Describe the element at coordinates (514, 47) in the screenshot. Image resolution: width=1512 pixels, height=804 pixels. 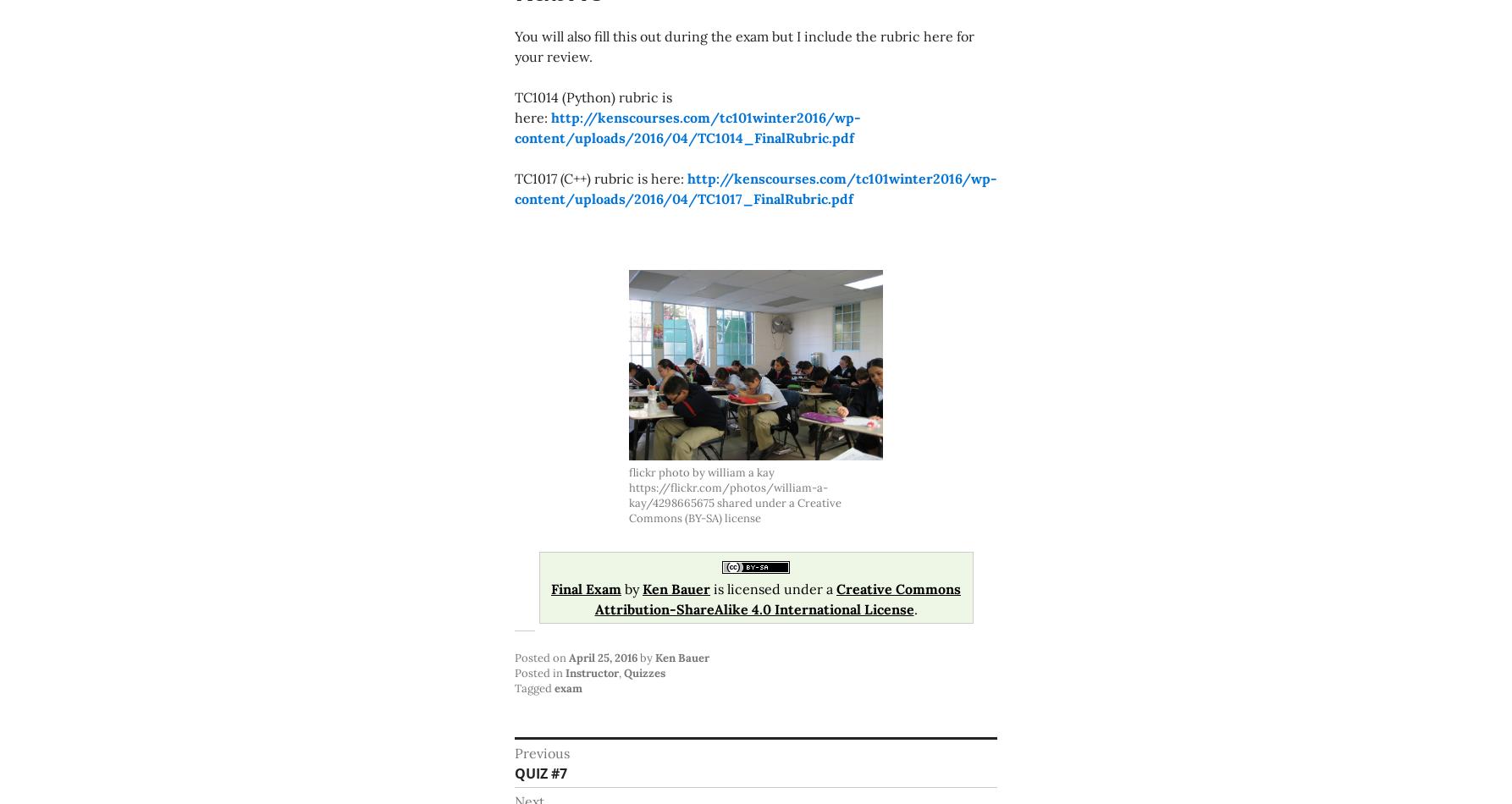
I see `'You will also fill this out during the exam but I include the rubric here for your review.'` at that location.